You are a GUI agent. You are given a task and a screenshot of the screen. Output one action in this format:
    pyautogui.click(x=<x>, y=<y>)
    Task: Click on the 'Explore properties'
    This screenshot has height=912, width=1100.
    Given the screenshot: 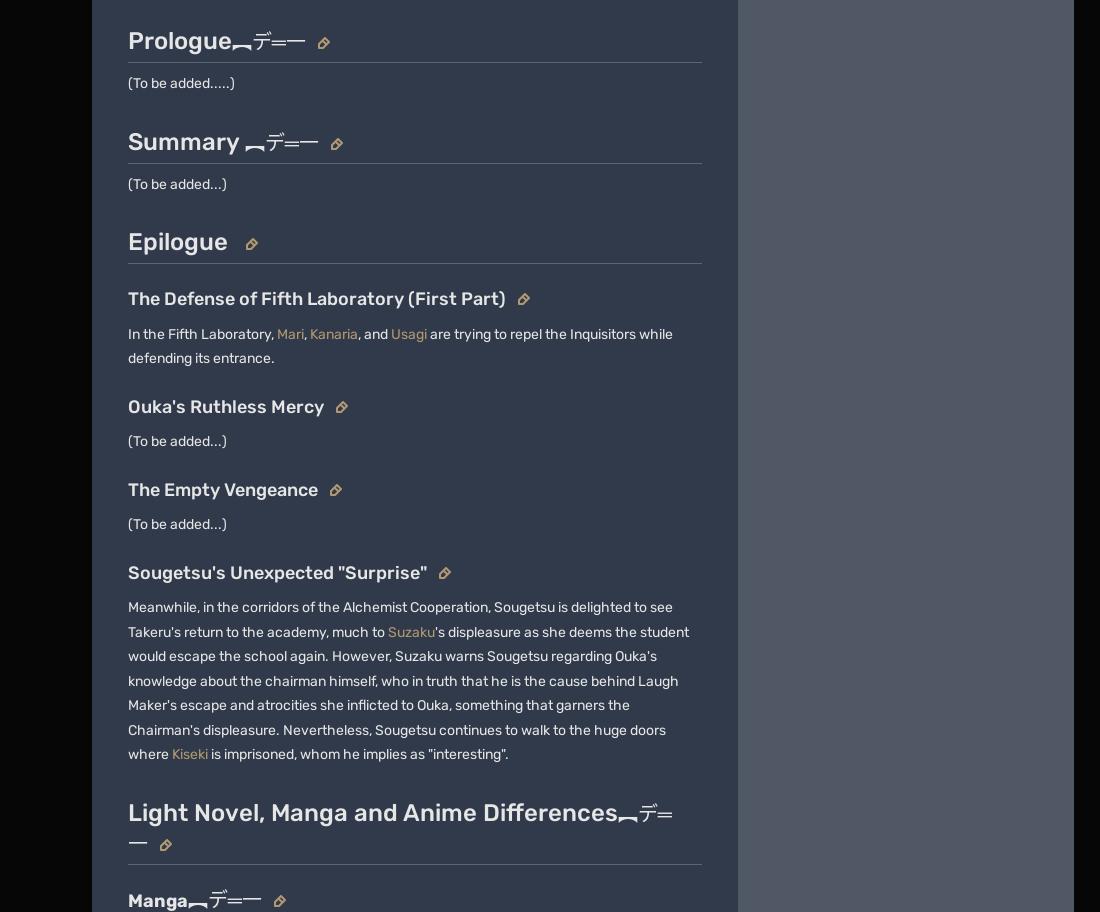 What is the action you would take?
    pyautogui.click(x=157, y=323)
    